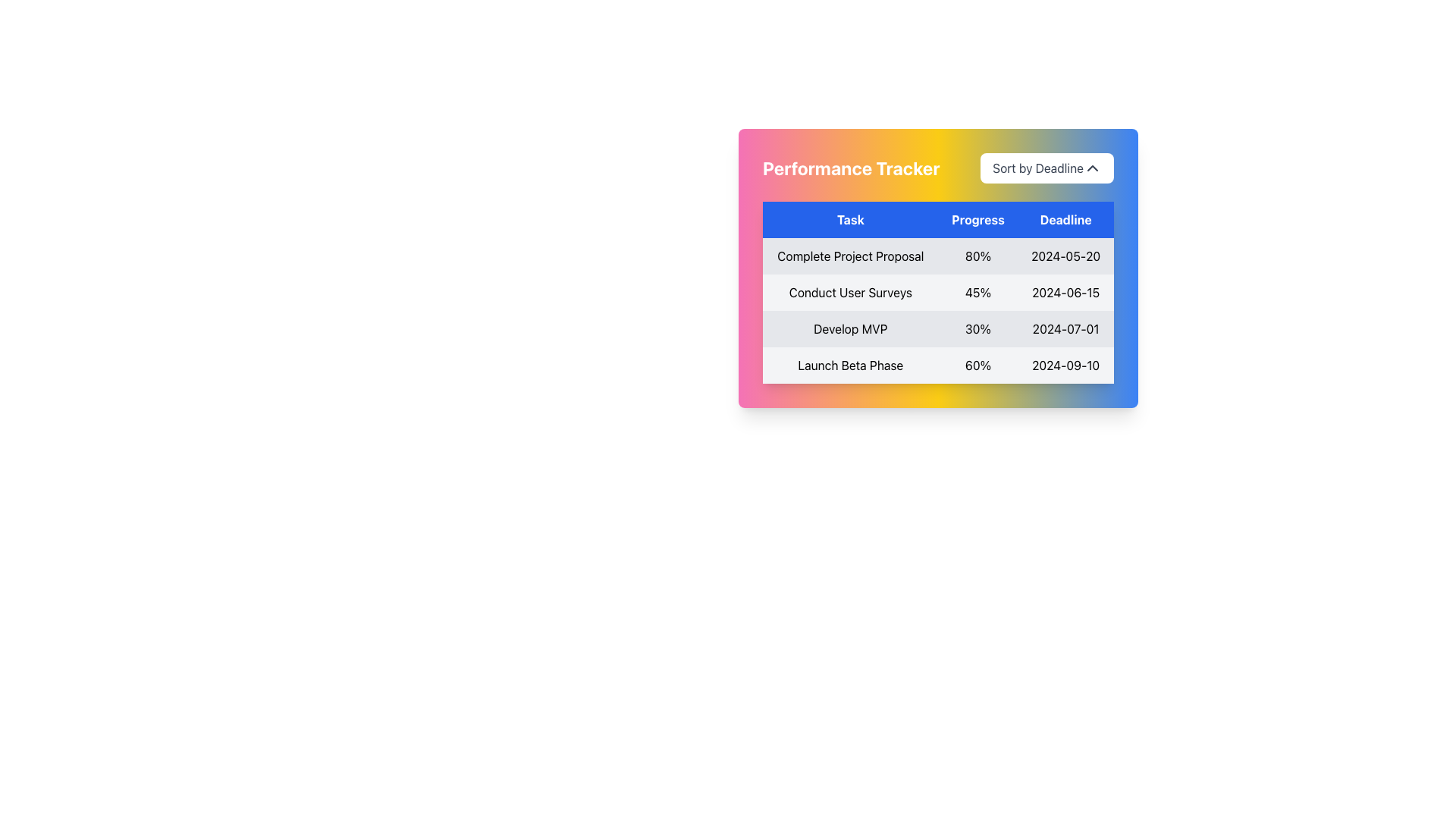  Describe the element at coordinates (1065, 328) in the screenshot. I see `the static text label displaying the deadline date for the 'Develop MVP' task in the 'Deadline' column of the table` at that location.